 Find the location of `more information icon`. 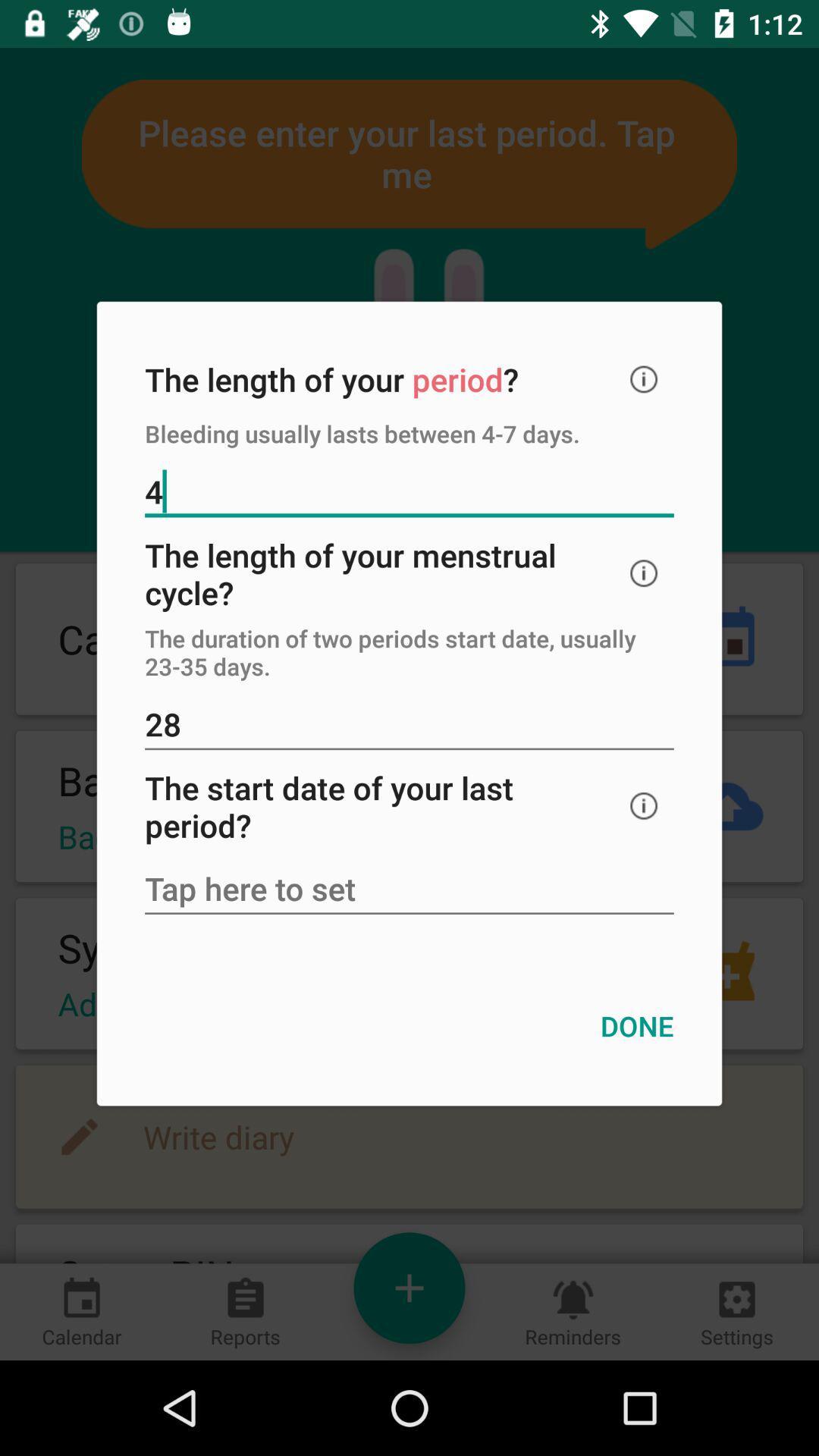

more information icon is located at coordinates (644, 379).